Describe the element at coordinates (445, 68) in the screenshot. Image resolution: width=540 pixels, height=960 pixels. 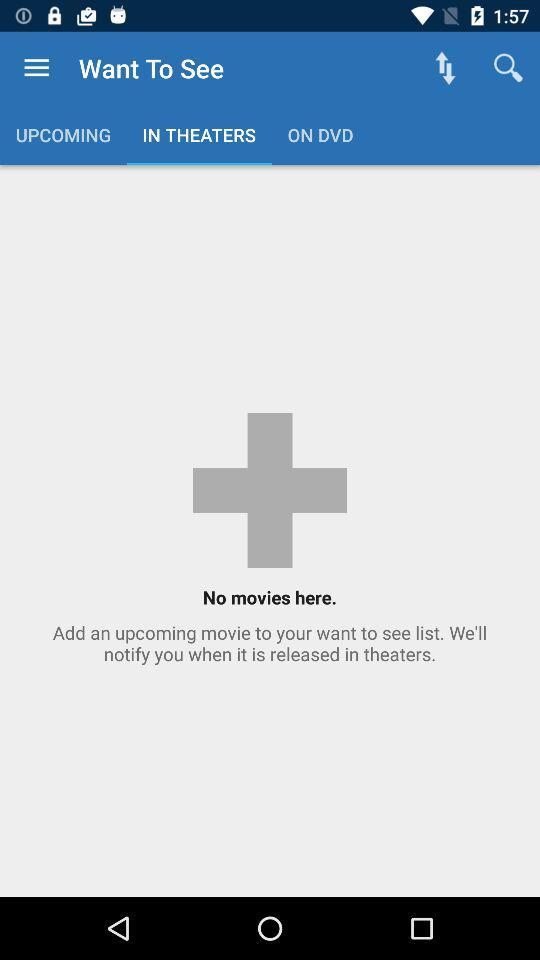
I see `the icon above the add an upcoming icon` at that location.